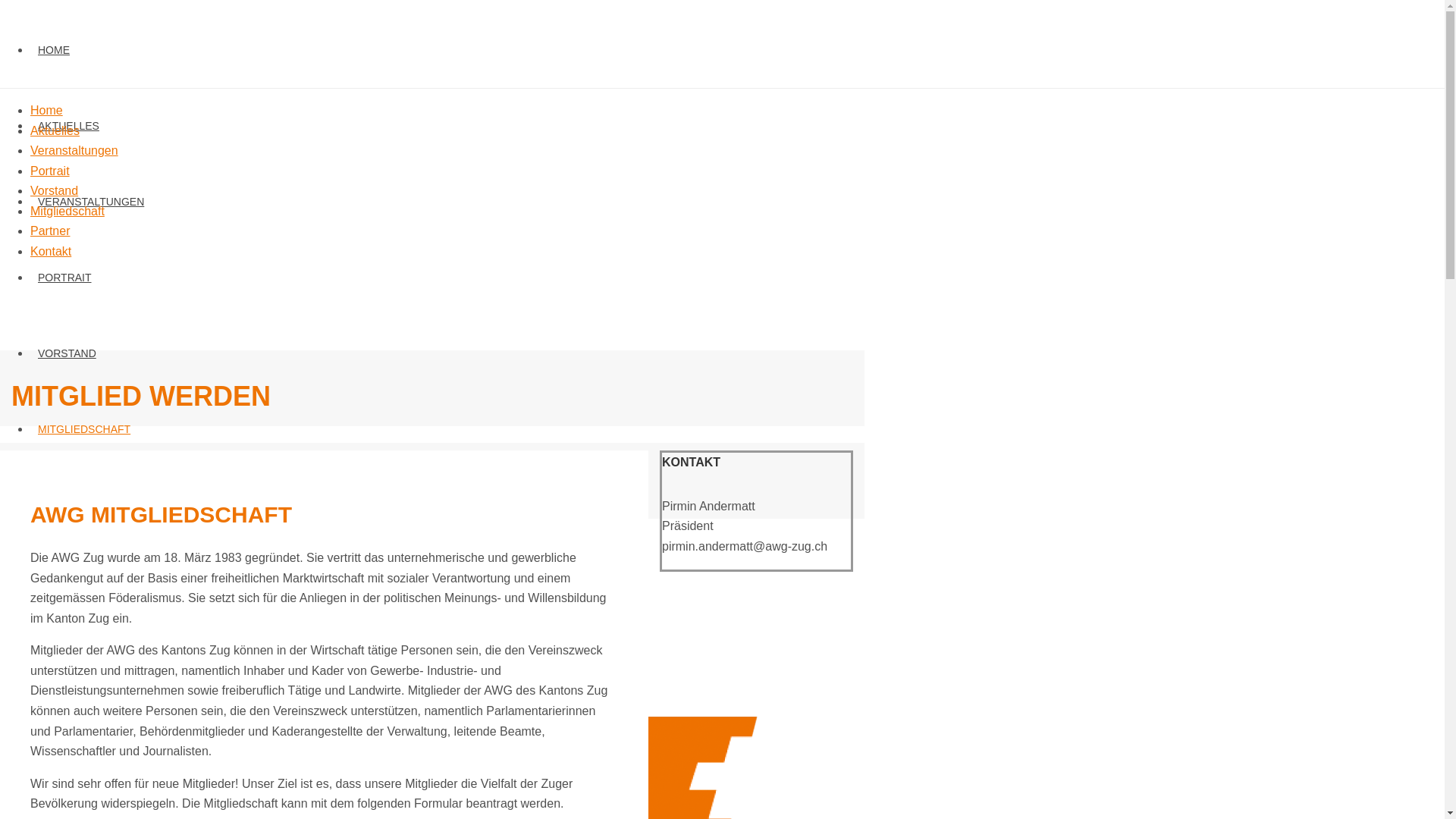  What do you see at coordinates (30, 201) in the screenshot?
I see `'VERANSTALTUNGEN'` at bounding box center [30, 201].